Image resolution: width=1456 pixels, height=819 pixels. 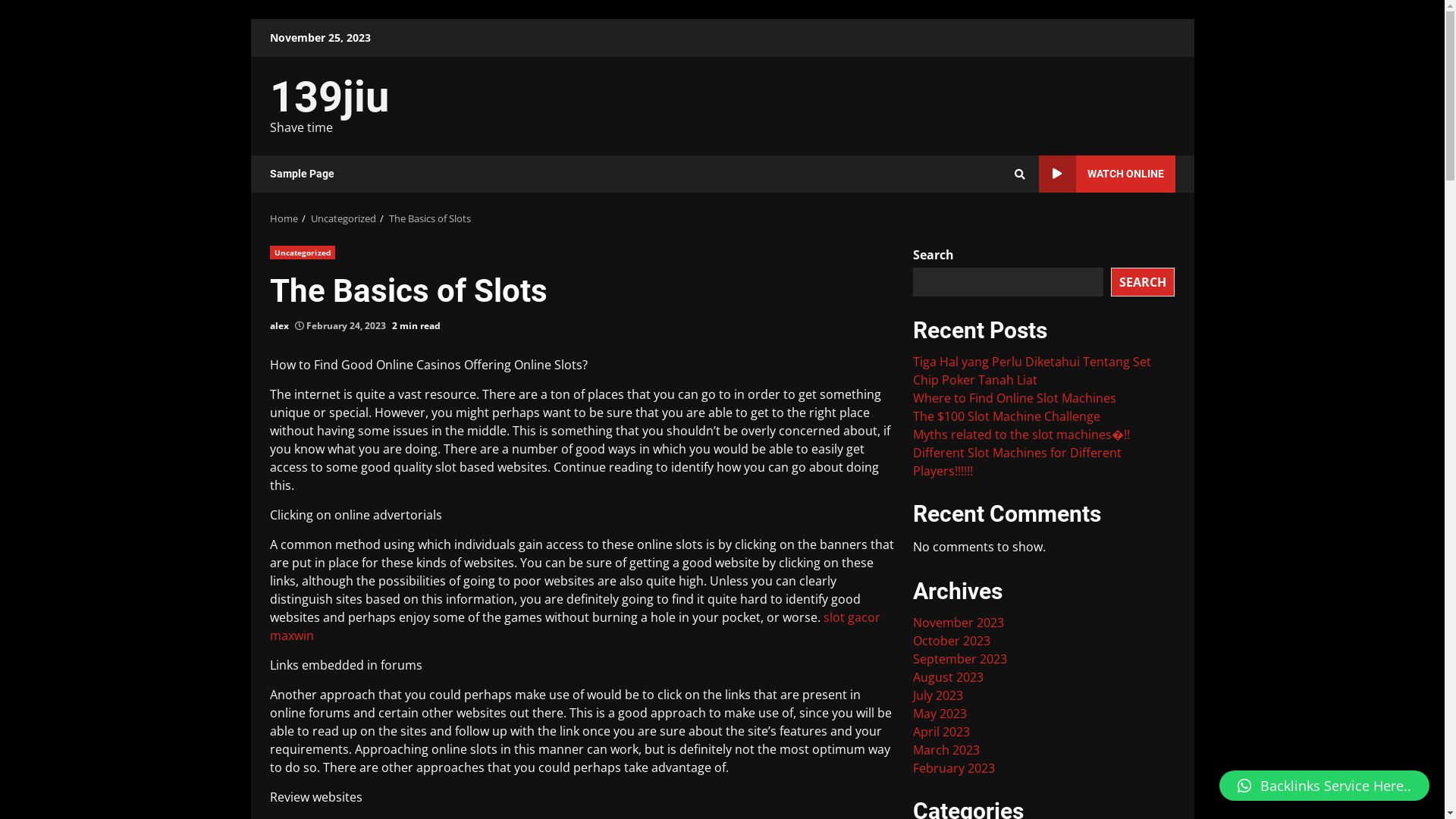 What do you see at coordinates (328, 96) in the screenshot?
I see `'139jiu'` at bounding box center [328, 96].